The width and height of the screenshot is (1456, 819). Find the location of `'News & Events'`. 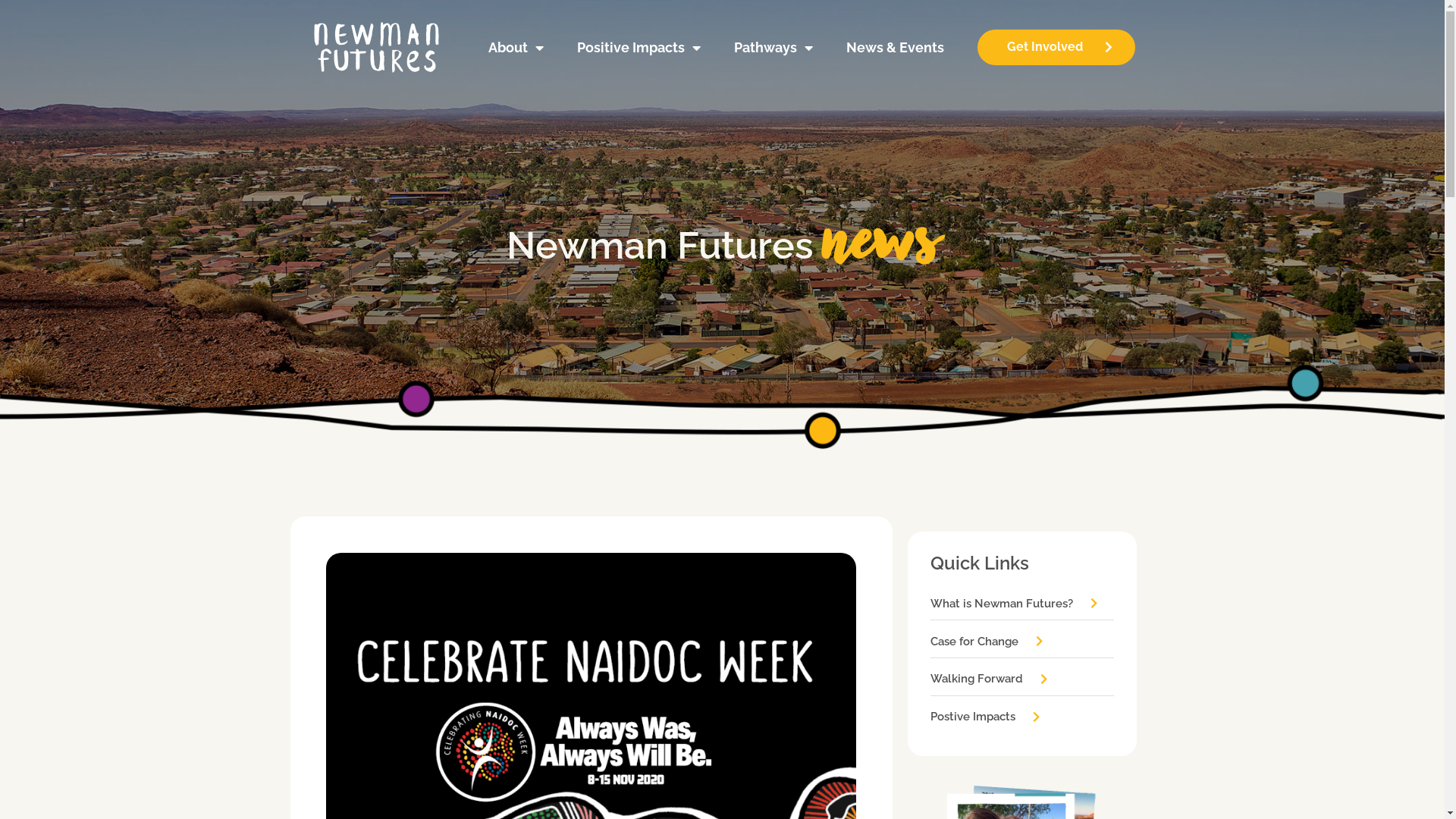

'News & Events' is located at coordinates (895, 46).